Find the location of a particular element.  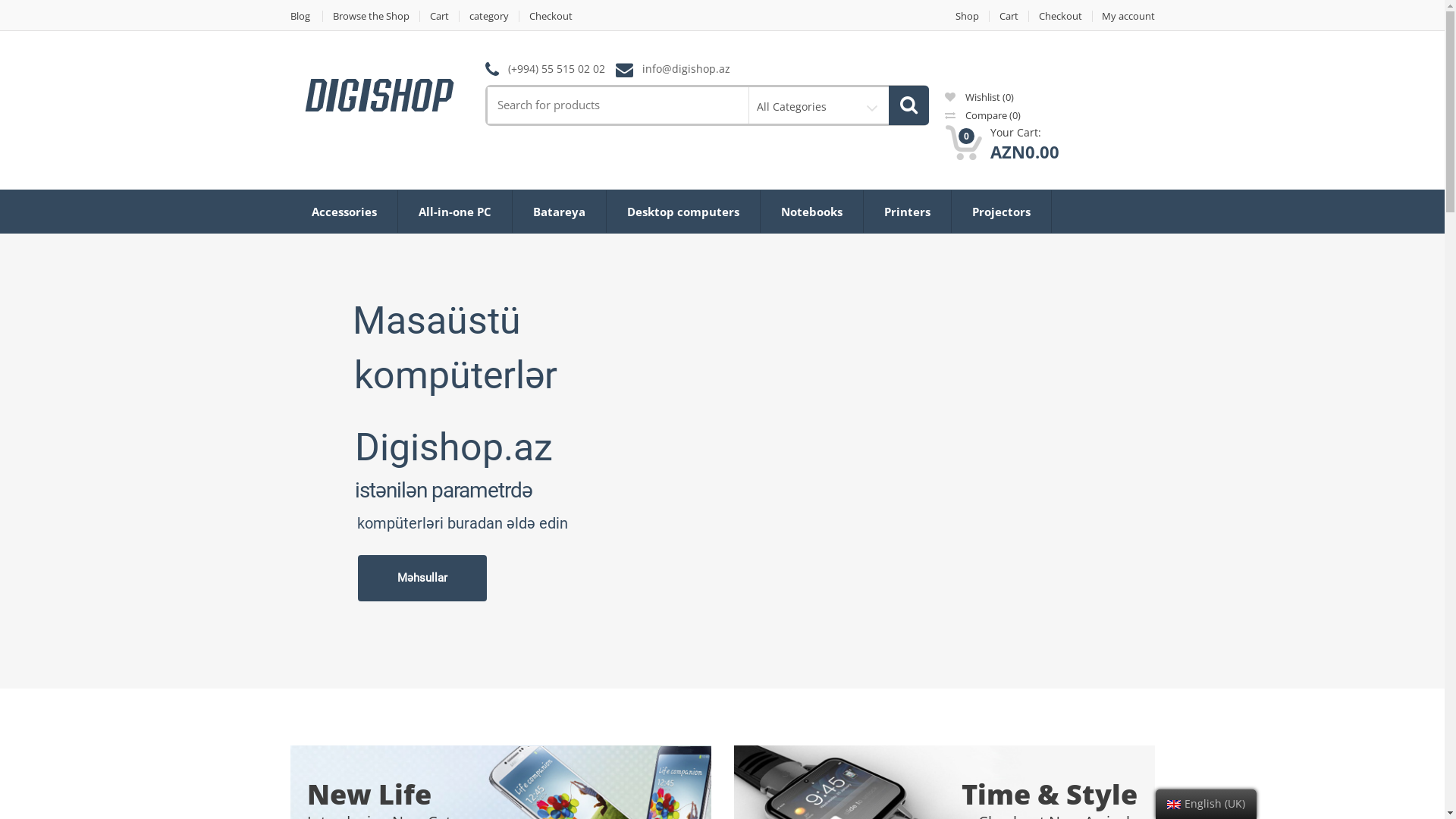

'Compare (0)' is located at coordinates (983, 114).